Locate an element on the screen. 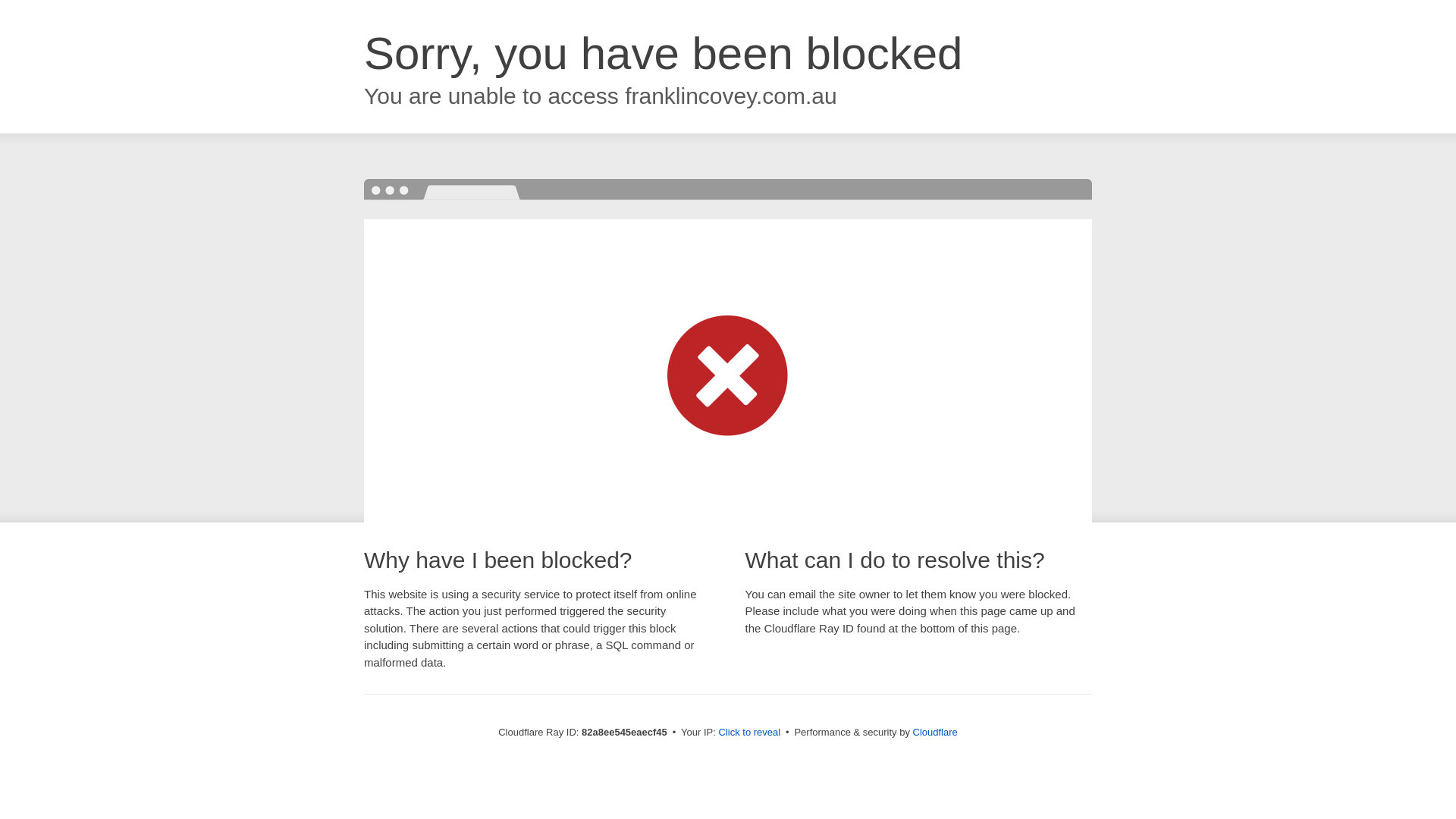 This screenshot has height=819, width=1456. 'Click to reveal' is located at coordinates (749, 731).